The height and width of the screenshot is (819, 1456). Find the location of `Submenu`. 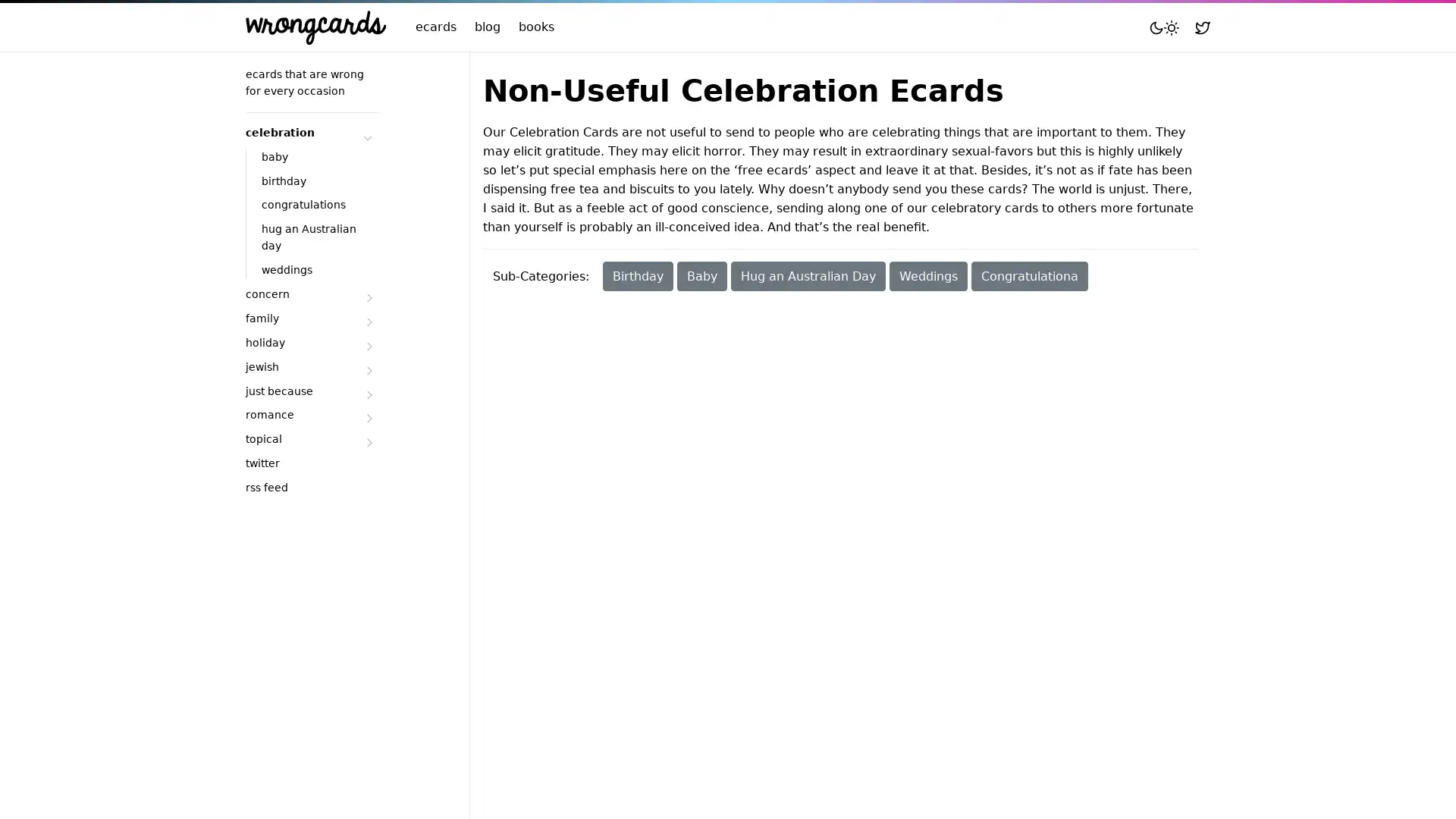

Submenu is located at coordinates (367, 321).